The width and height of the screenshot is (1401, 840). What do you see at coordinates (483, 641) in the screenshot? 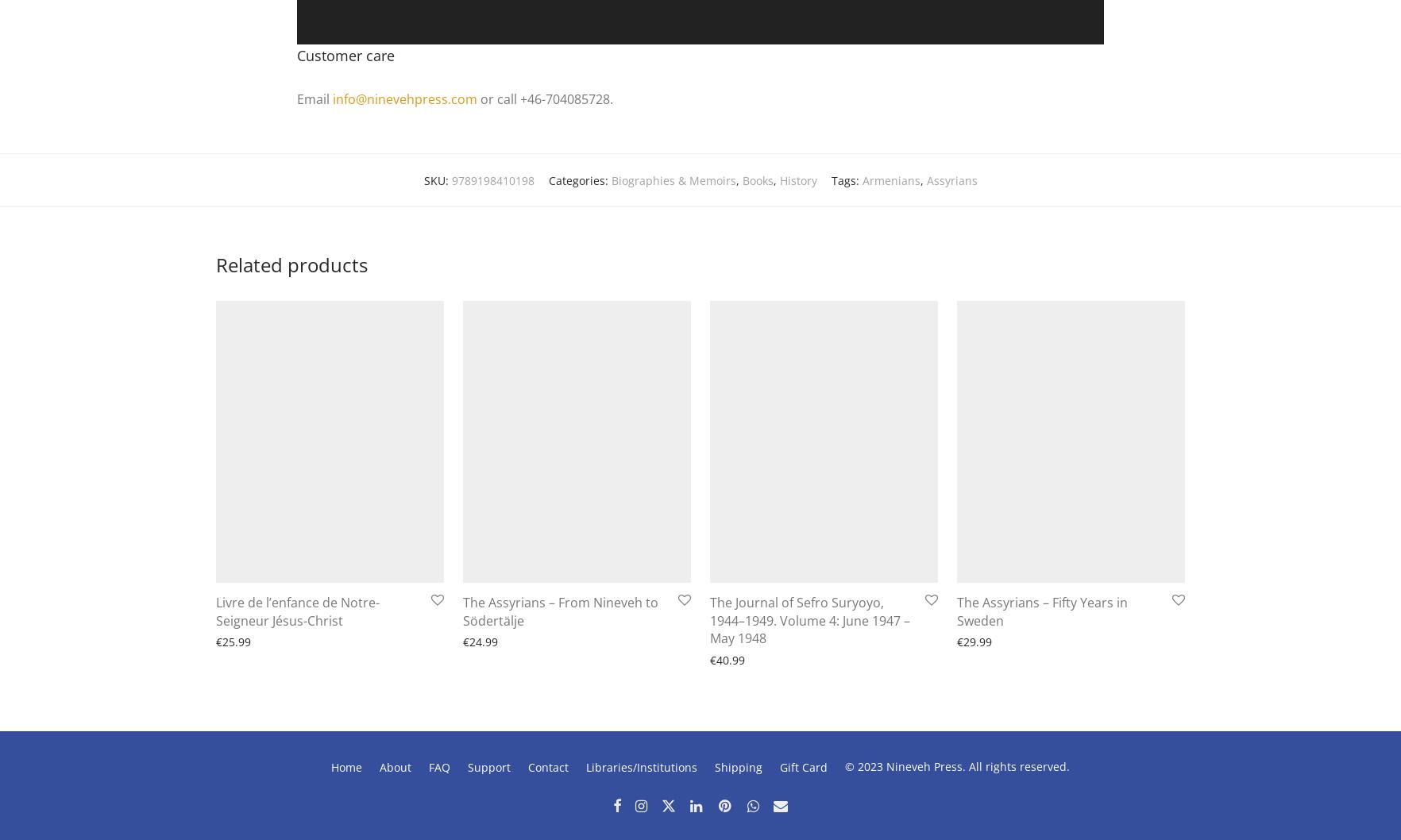
I see `'24.99'` at bounding box center [483, 641].